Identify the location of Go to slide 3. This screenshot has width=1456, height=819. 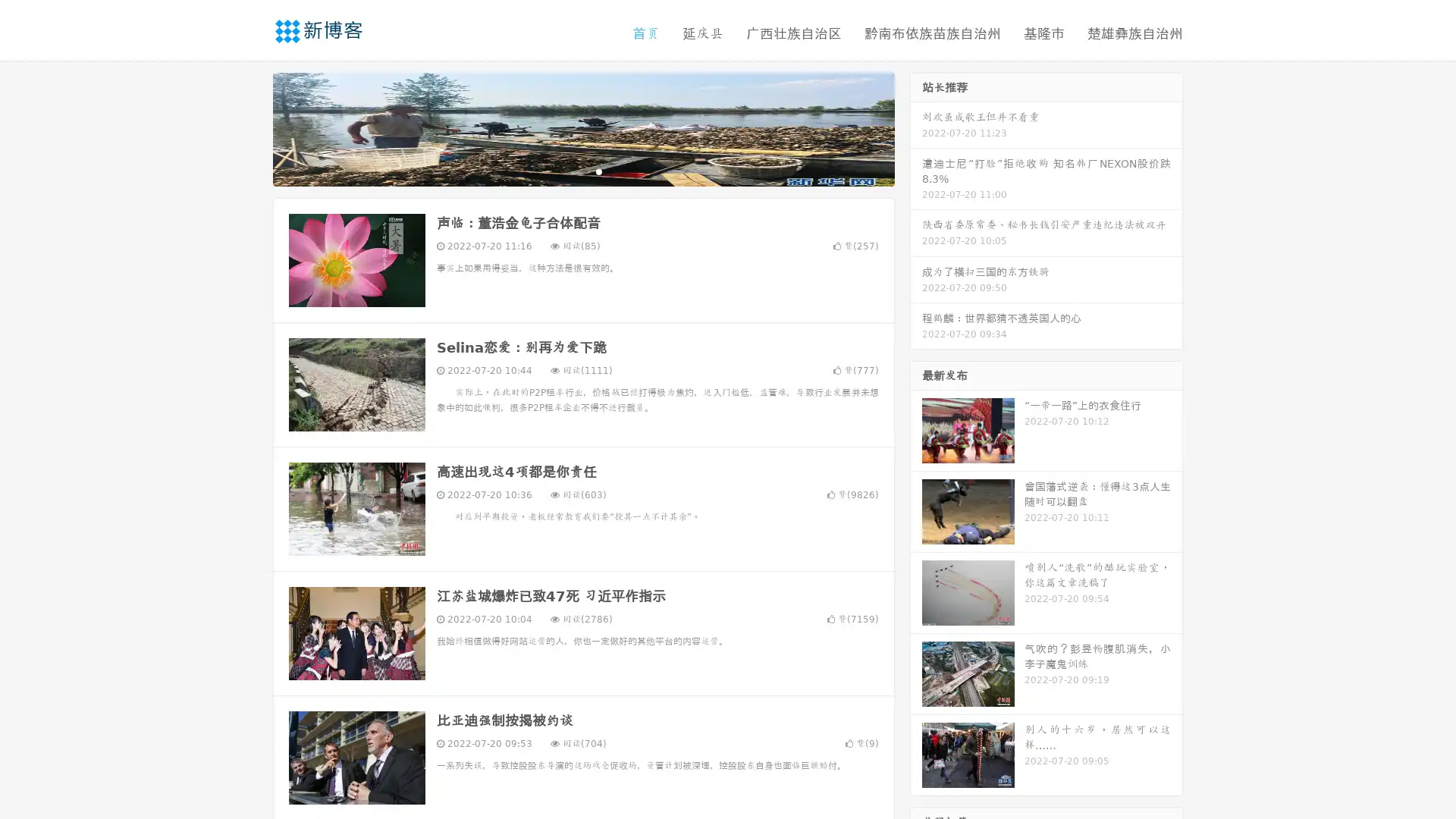
(598, 171).